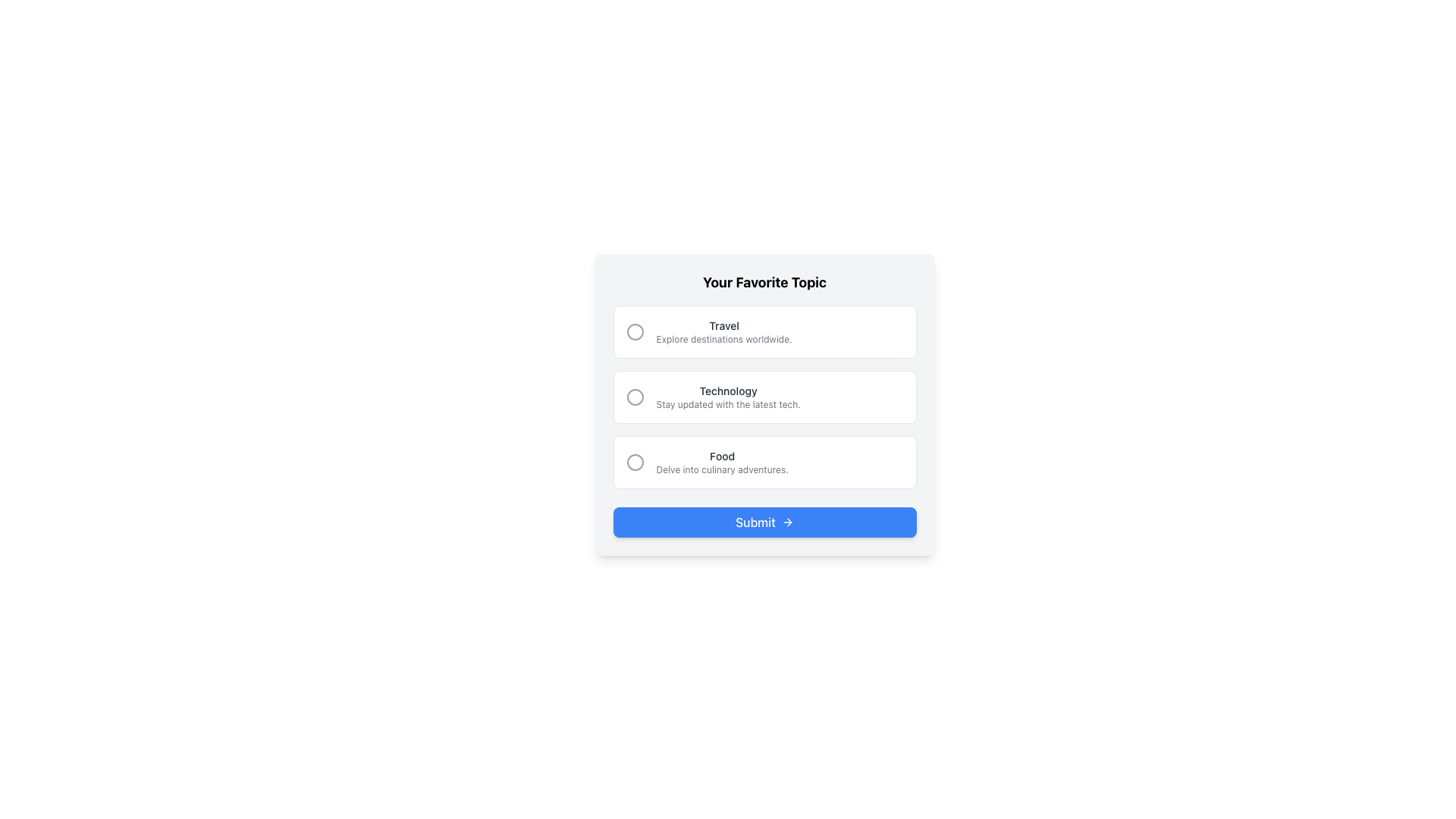 The height and width of the screenshot is (819, 1456). What do you see at coordinates (635, 461) in the screenshot?
I see `the center of the circular icon with a gray outline and white fill, located at the left side of the 'Food' section in the vertical list of topics` at bounding box center [635, 461].